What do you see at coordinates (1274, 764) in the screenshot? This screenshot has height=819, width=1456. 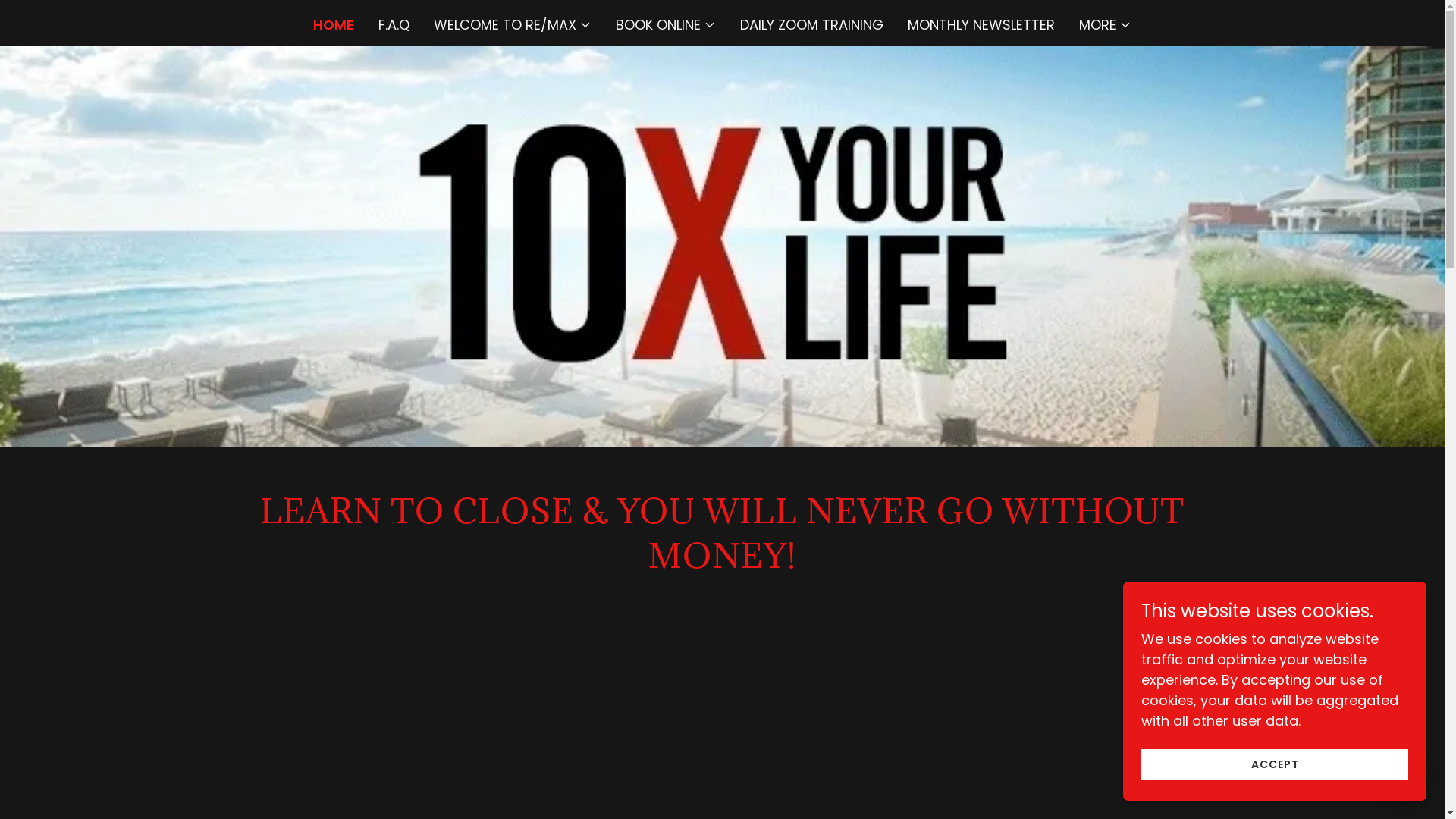 I see `'ACCEPT'` at bounding box center [1274, 764].